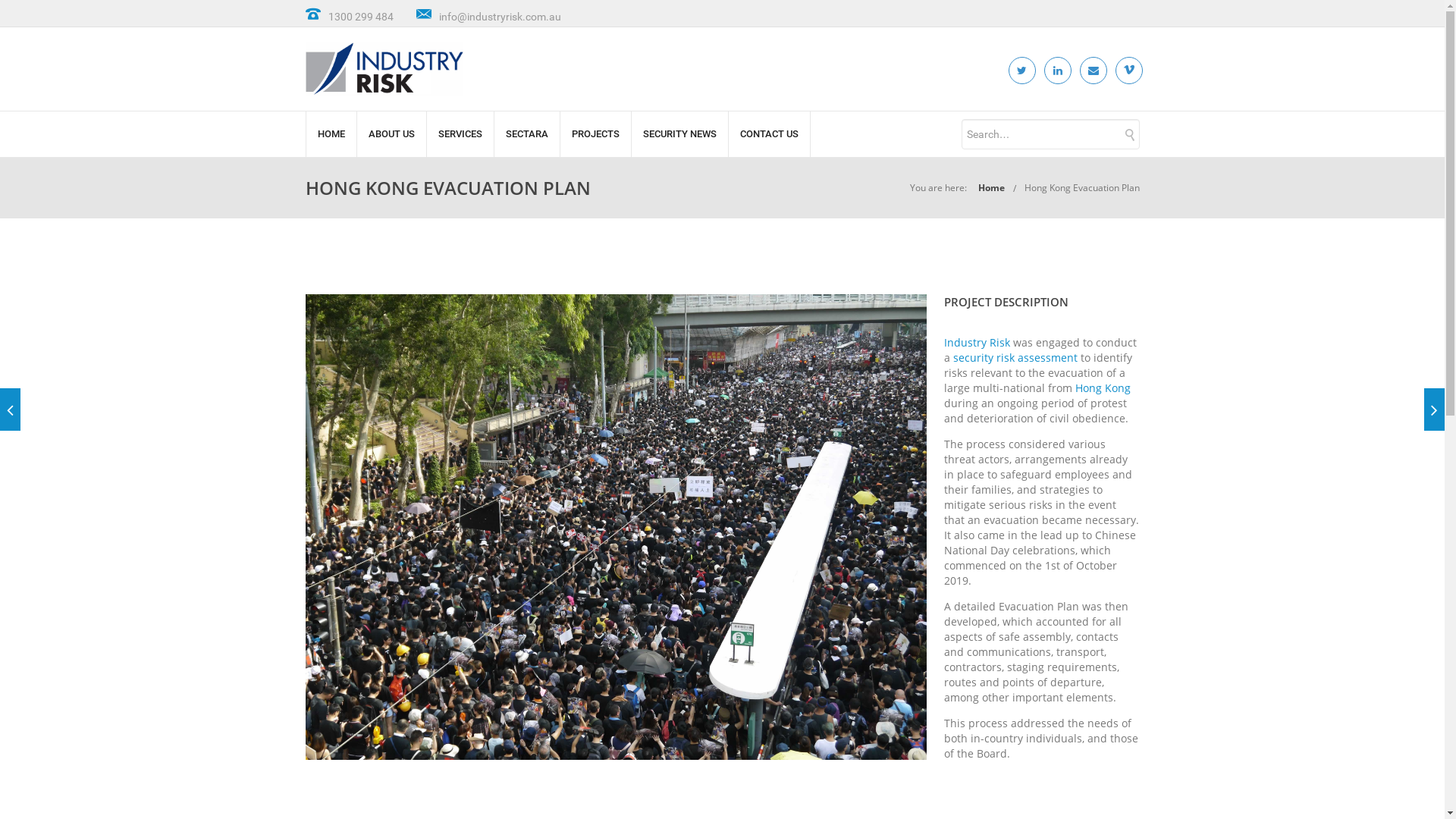 This screenshot has width=1456, height=819. What do you see at coordinates (991, 187) in the screenshot?
I see `'Home'` at bounding box center [991, 187].